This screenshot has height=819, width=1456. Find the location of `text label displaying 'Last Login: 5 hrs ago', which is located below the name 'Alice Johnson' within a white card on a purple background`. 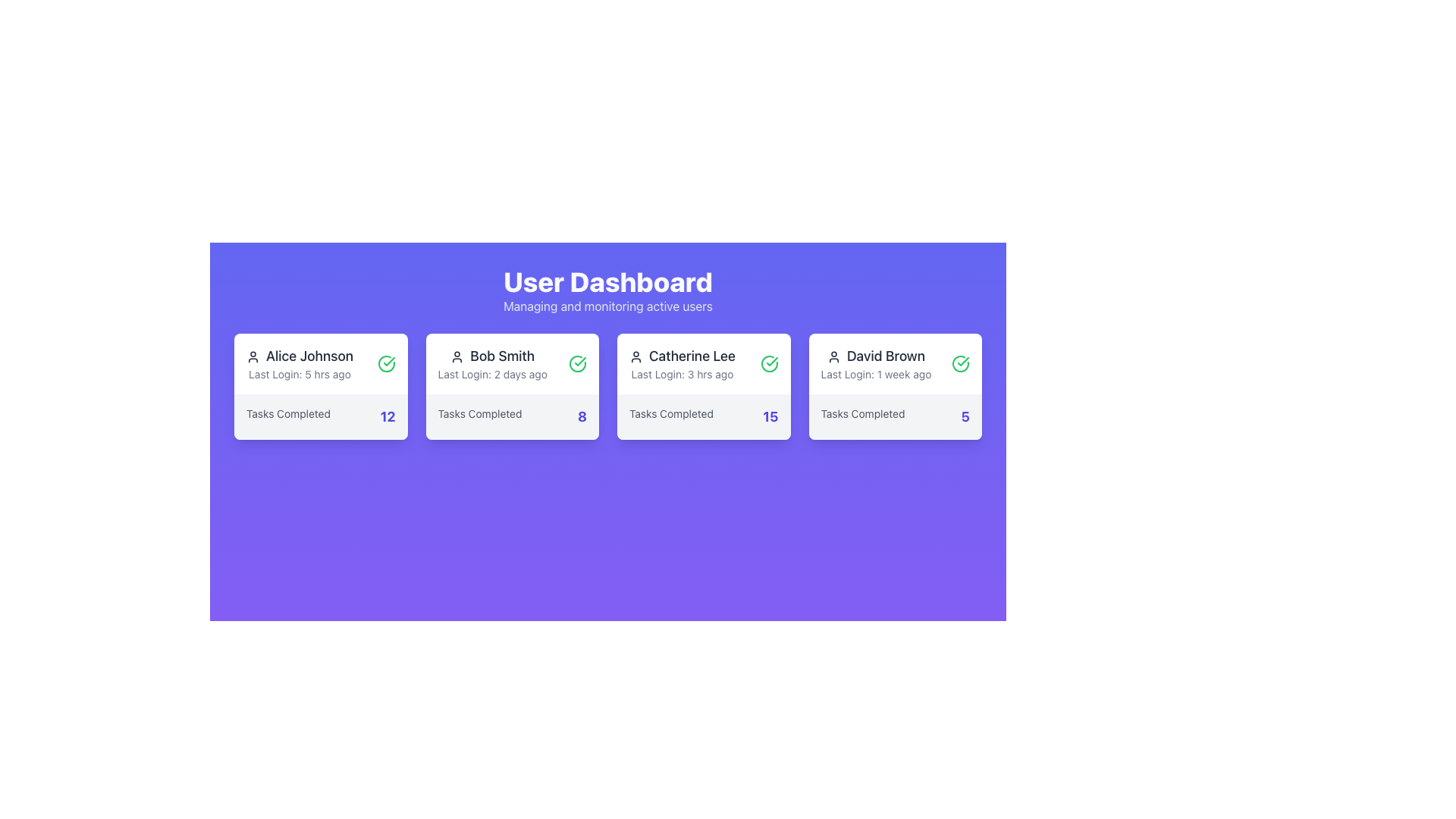

text label displaying 'Last Login: 5 hrs ago', which is located below the name 'Alice Johnson' within a white card on a purple background is located at coordinates (300, 374).